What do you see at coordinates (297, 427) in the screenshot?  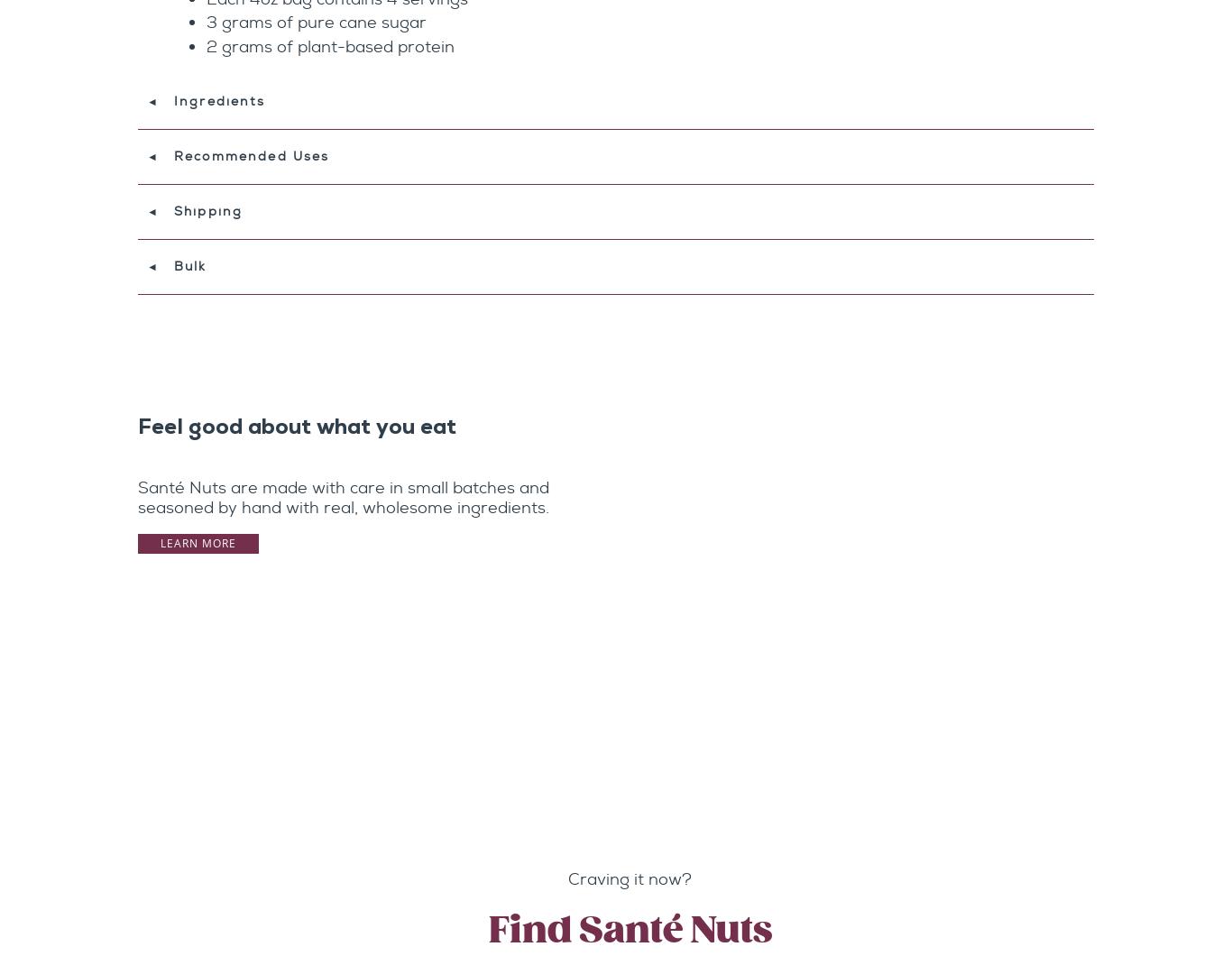 I see `'Feel good about what you eat'` at bounding box center [297, 427].